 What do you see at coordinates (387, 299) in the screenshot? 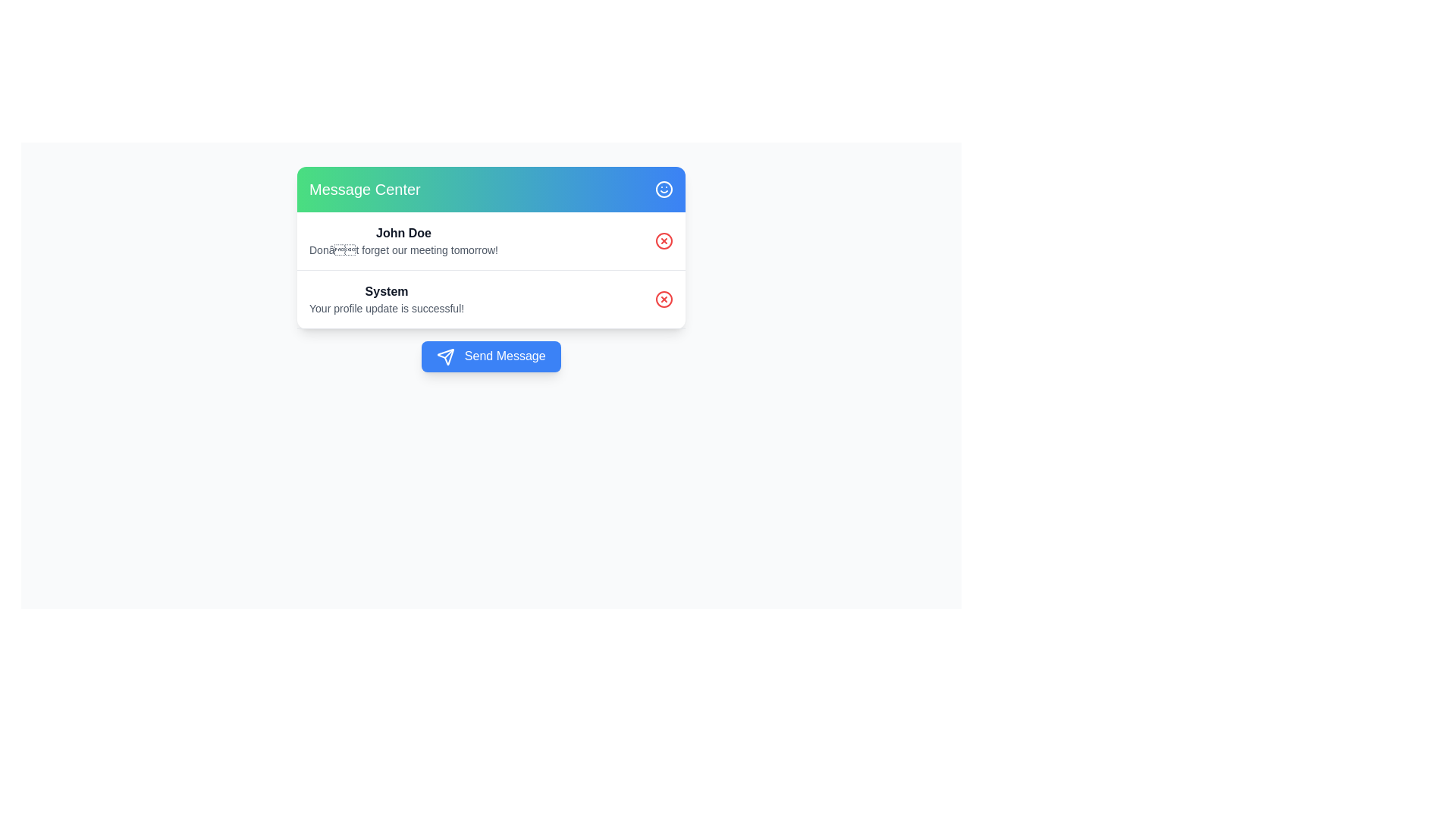
I see `text content of the notification message located in the second notification block under 'Message Center', below 'John Doe' and above the 'Send Message' button` at bounding box center [387, 299].